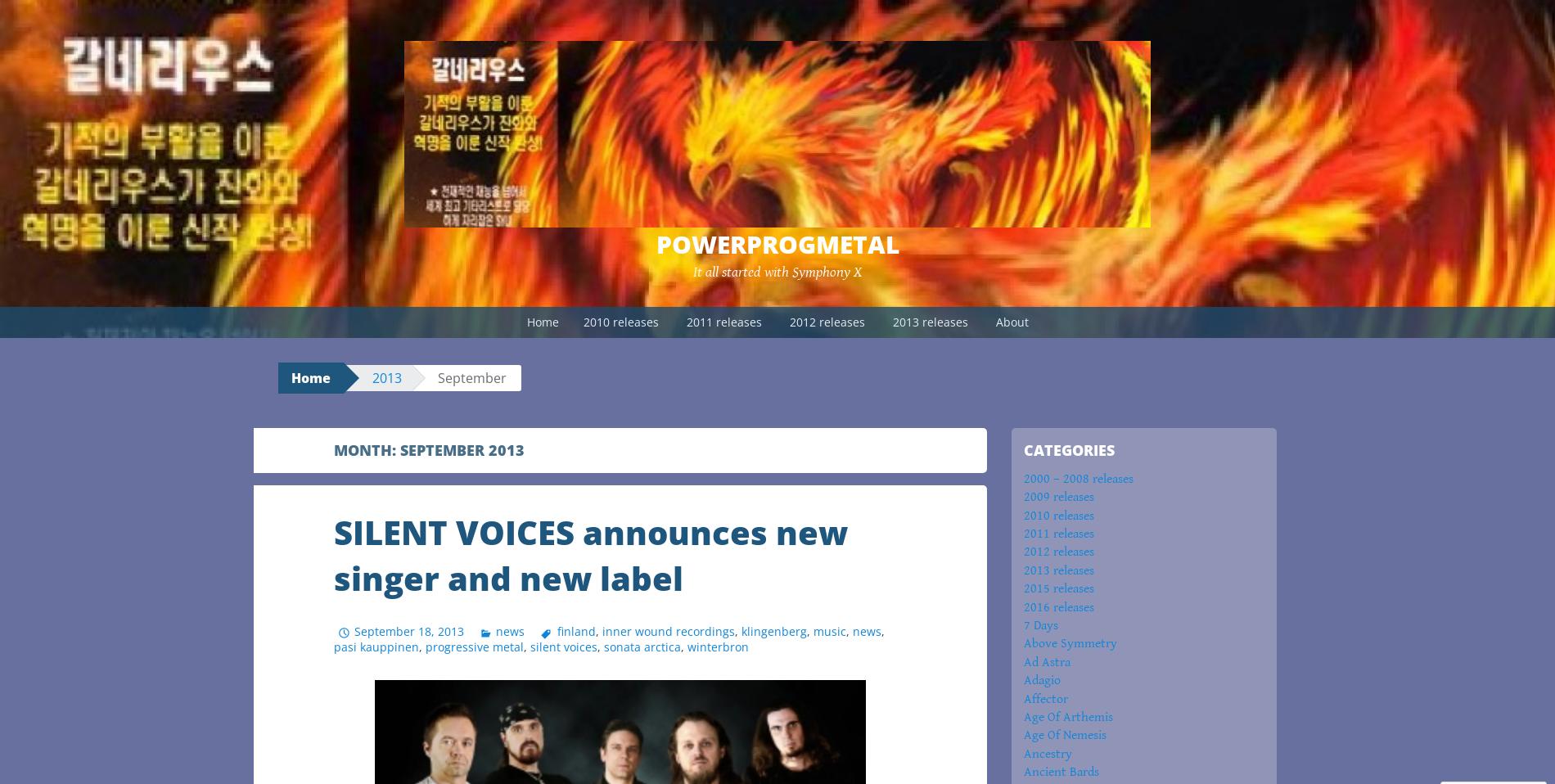  What do you see at coordinates (1078, 478) in the screenshot?
I see `'2000 – 2008 releases'` at bounding box center [1078, 478].